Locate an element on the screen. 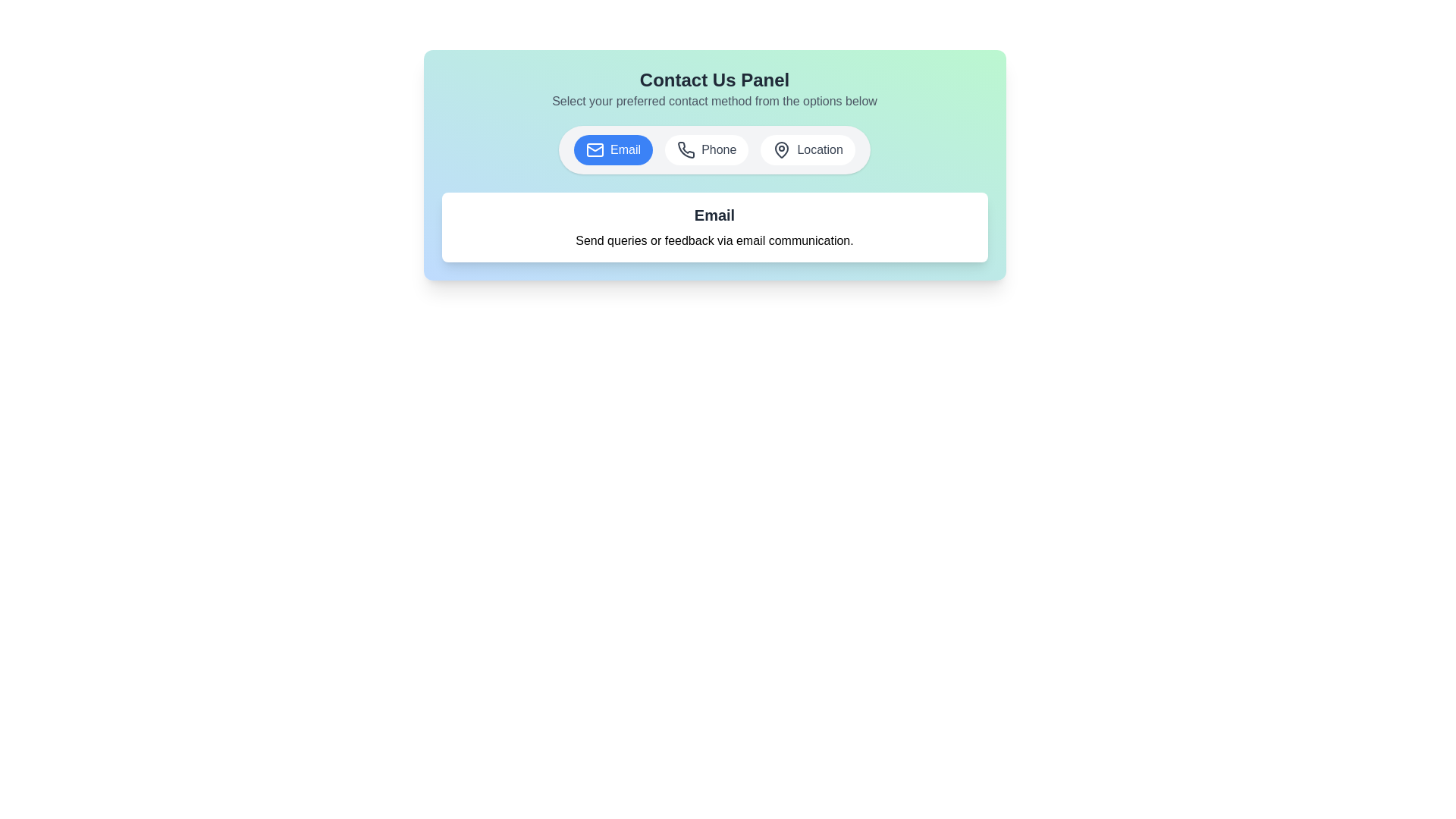  the 'Location' button, which contains a dark-colored pin icon is located at coordinates (782, 149).